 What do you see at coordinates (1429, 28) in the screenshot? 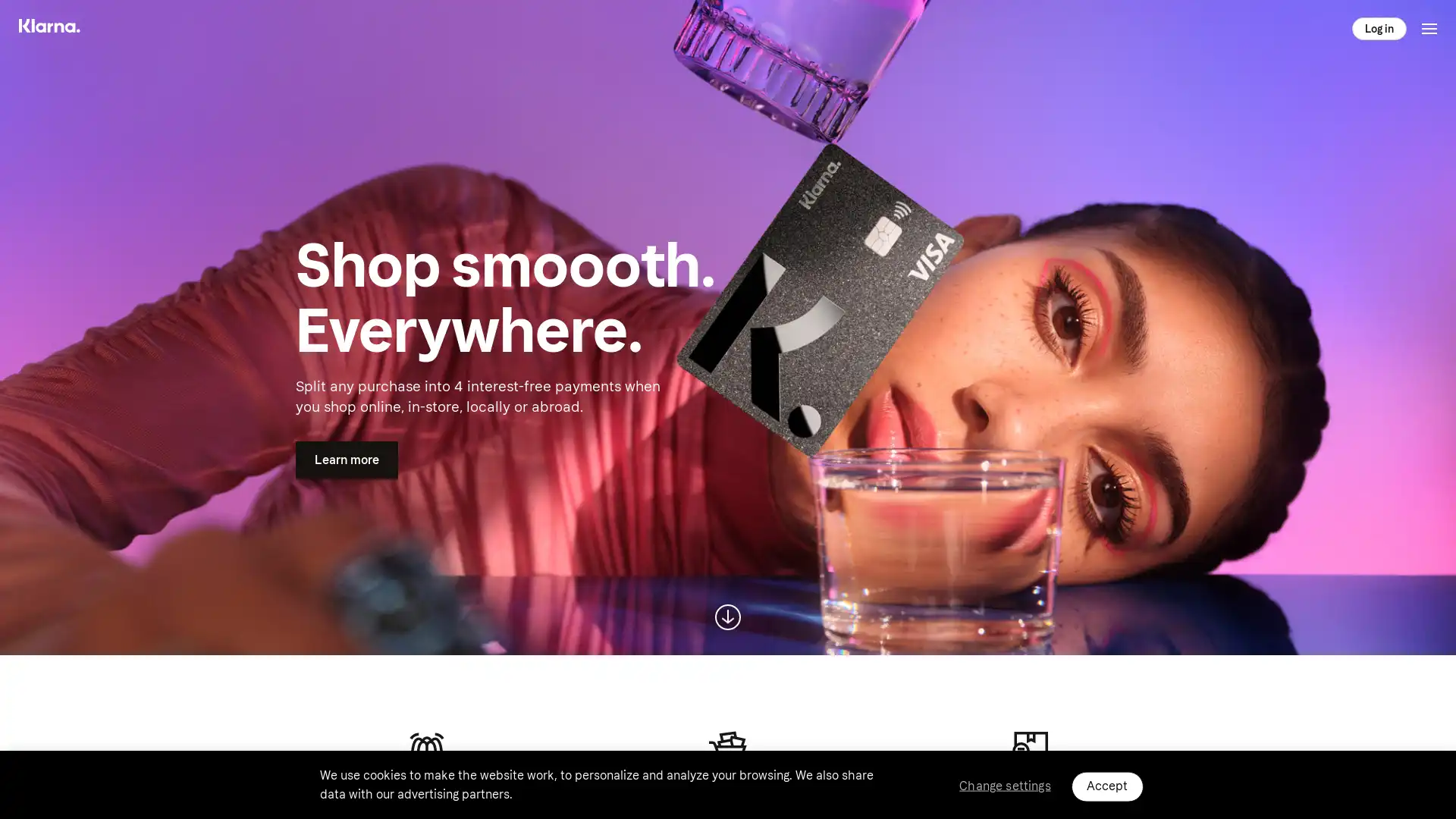
I see `Toggle menu` at bounding box center [1429, 28].